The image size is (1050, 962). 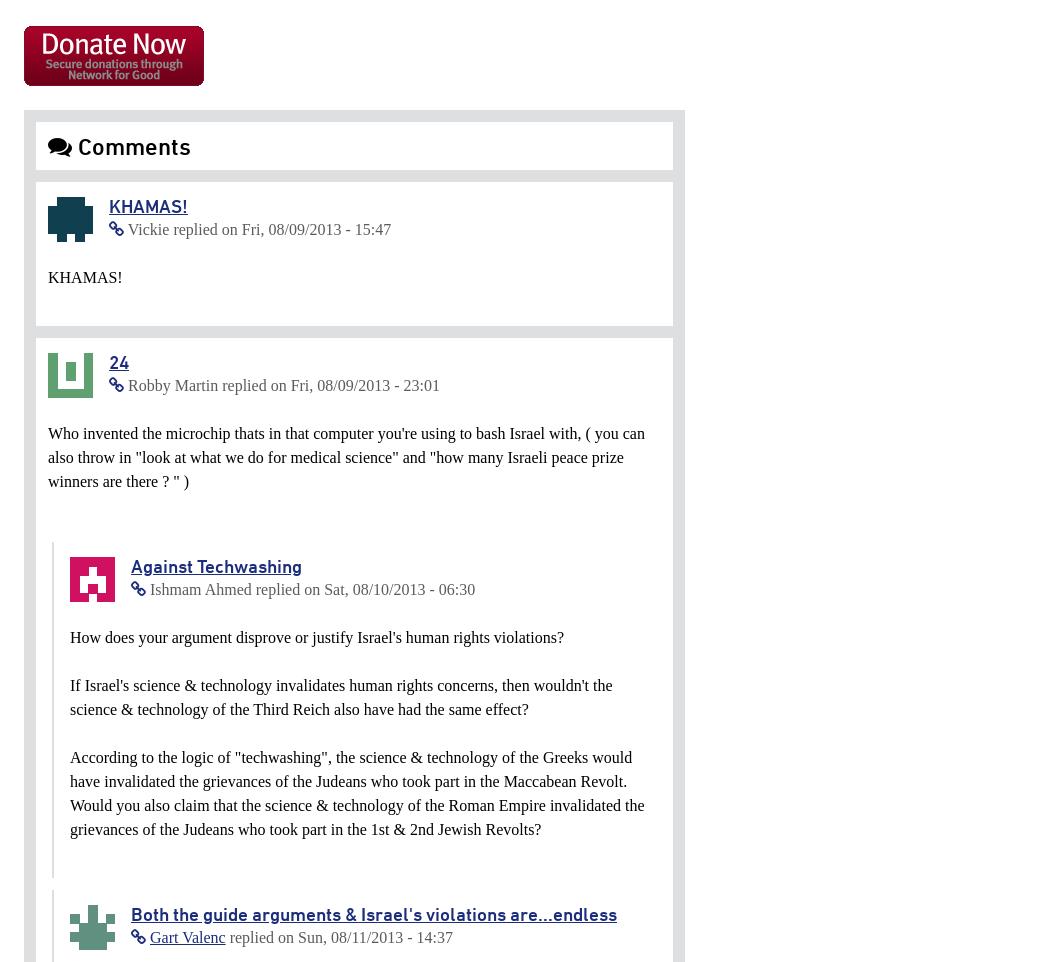 I want to click on '24', so click(x=117, y=362).